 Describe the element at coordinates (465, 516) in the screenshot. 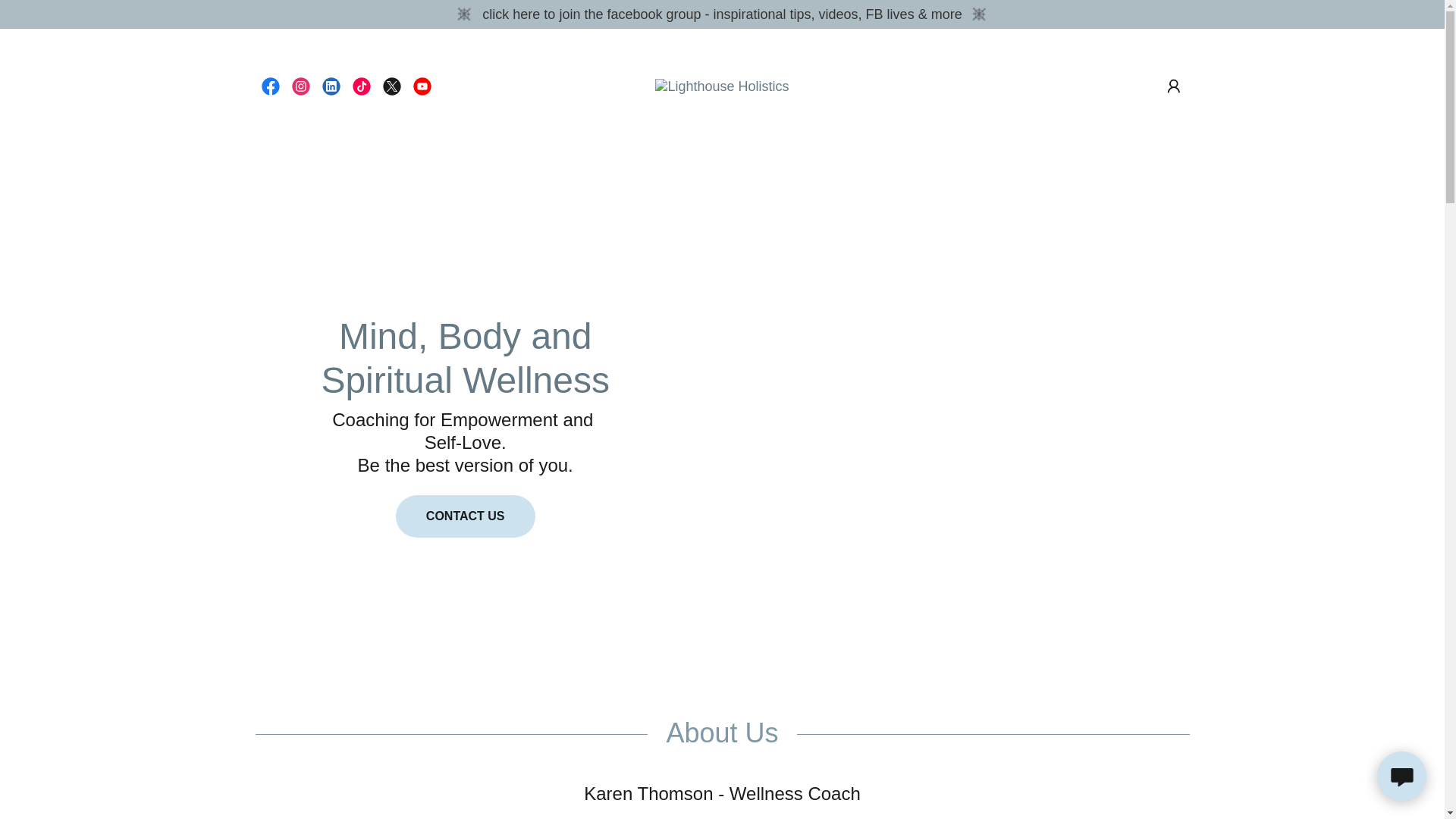

I see `'CONTACT US'` at that location.